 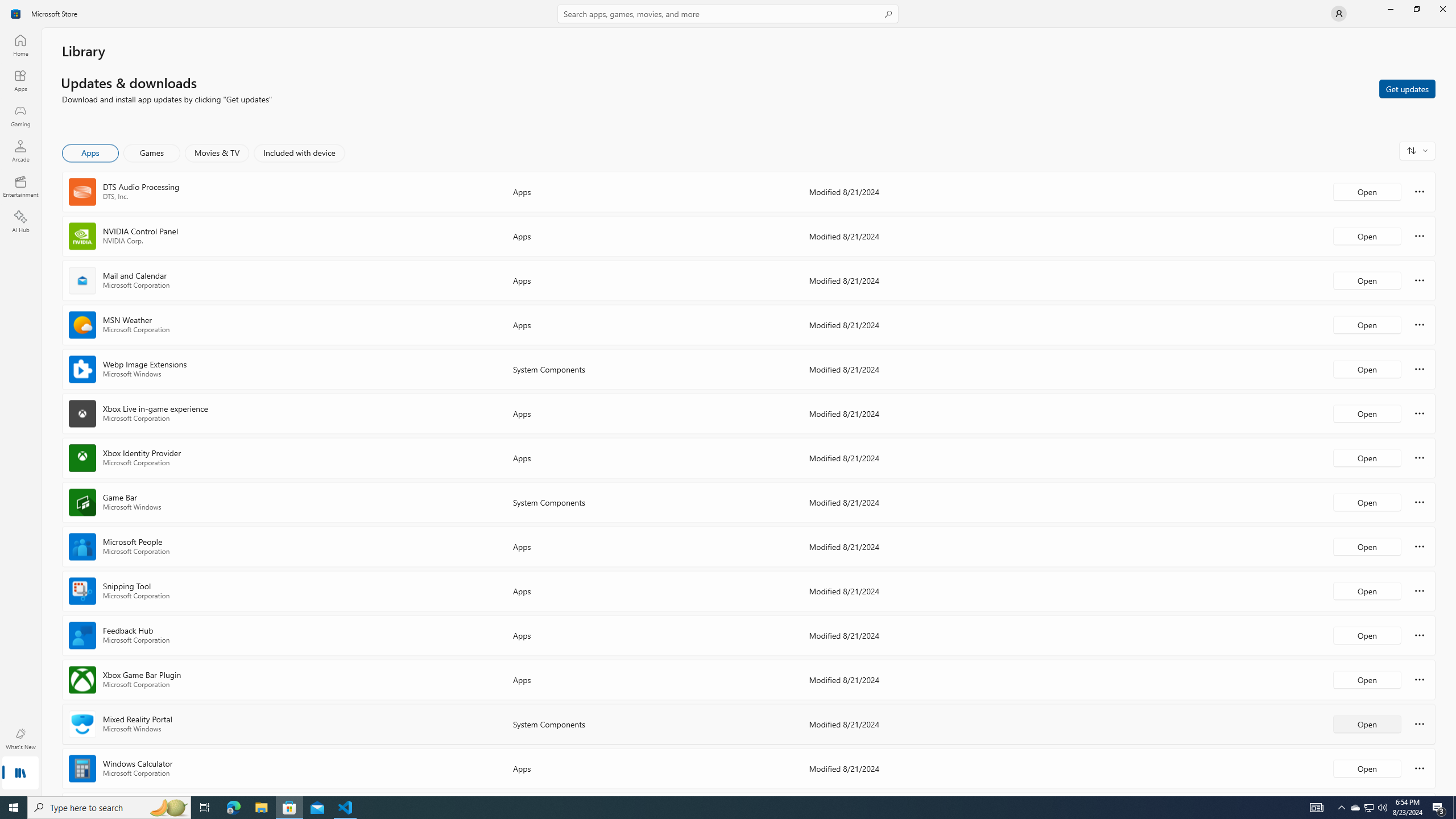 What do you see at coordinates (19, 185) in the screenshot?
I see `'Entertainment'` at bounding box center [19, 185].